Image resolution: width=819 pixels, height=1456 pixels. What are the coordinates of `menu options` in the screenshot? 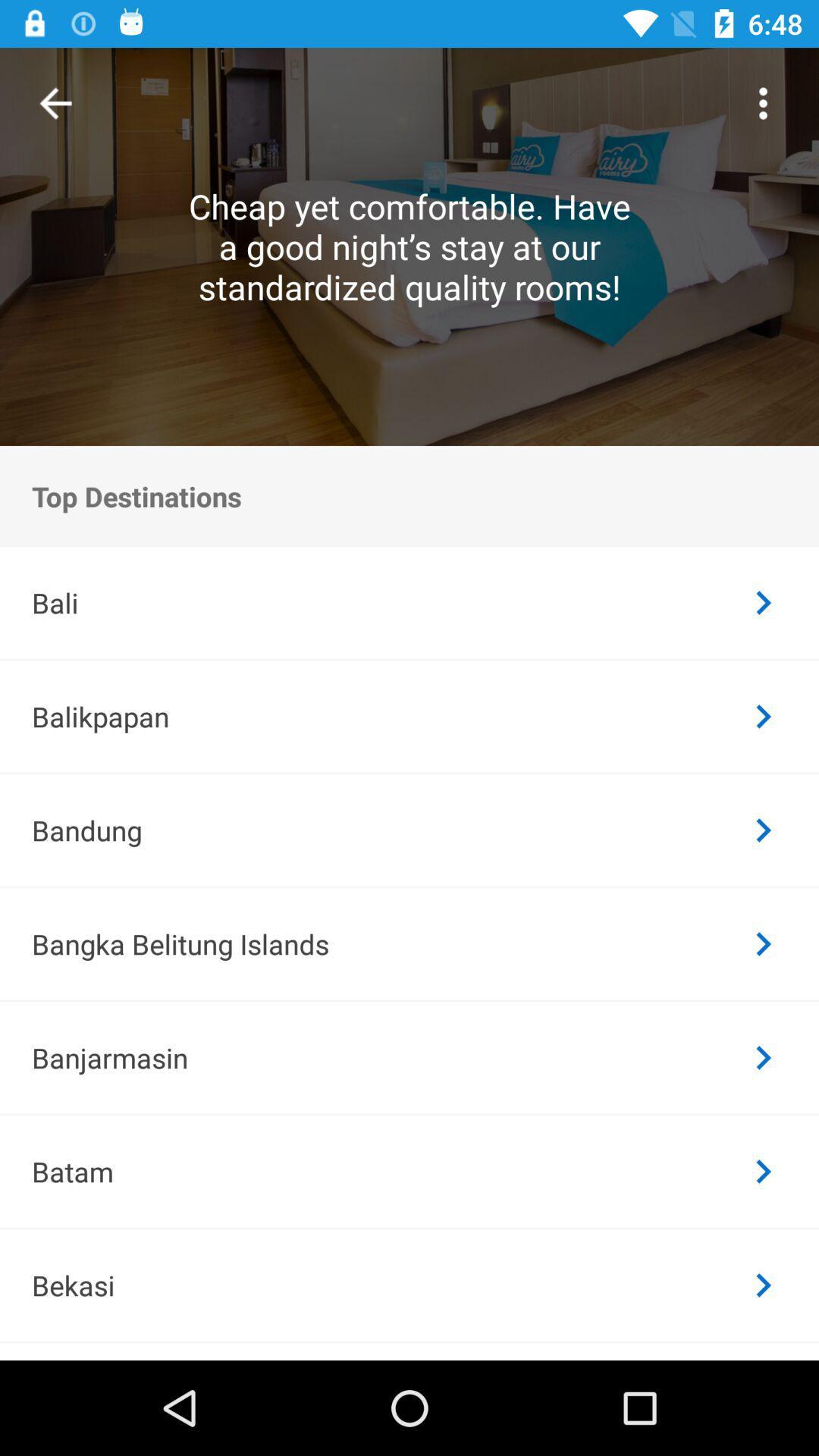 It's located at (763, 102).